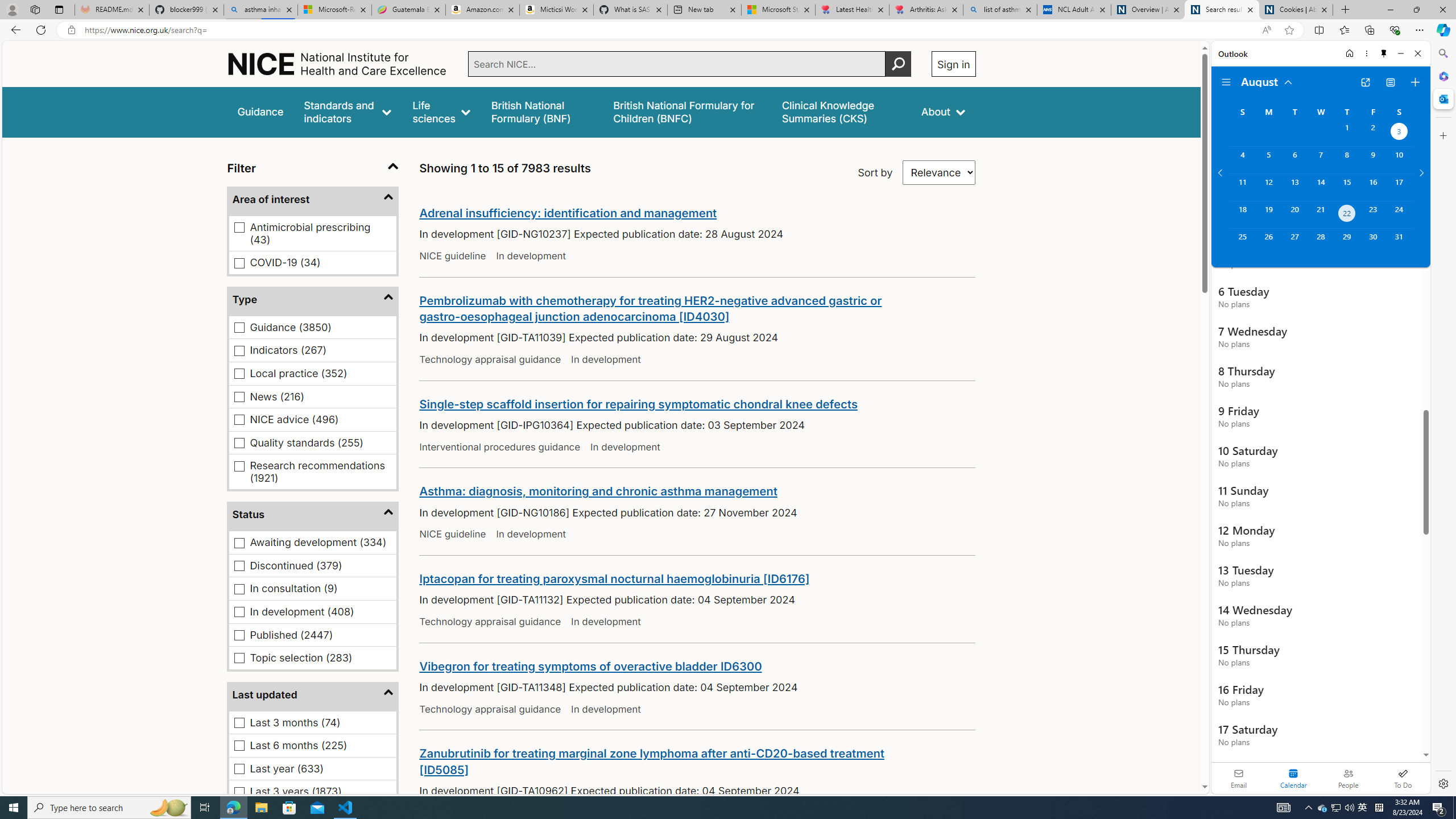  Describe the element at coordinates (1319, 242) in the screenshot. I see `'Wednesday, August 28, 2024. '` at that location.